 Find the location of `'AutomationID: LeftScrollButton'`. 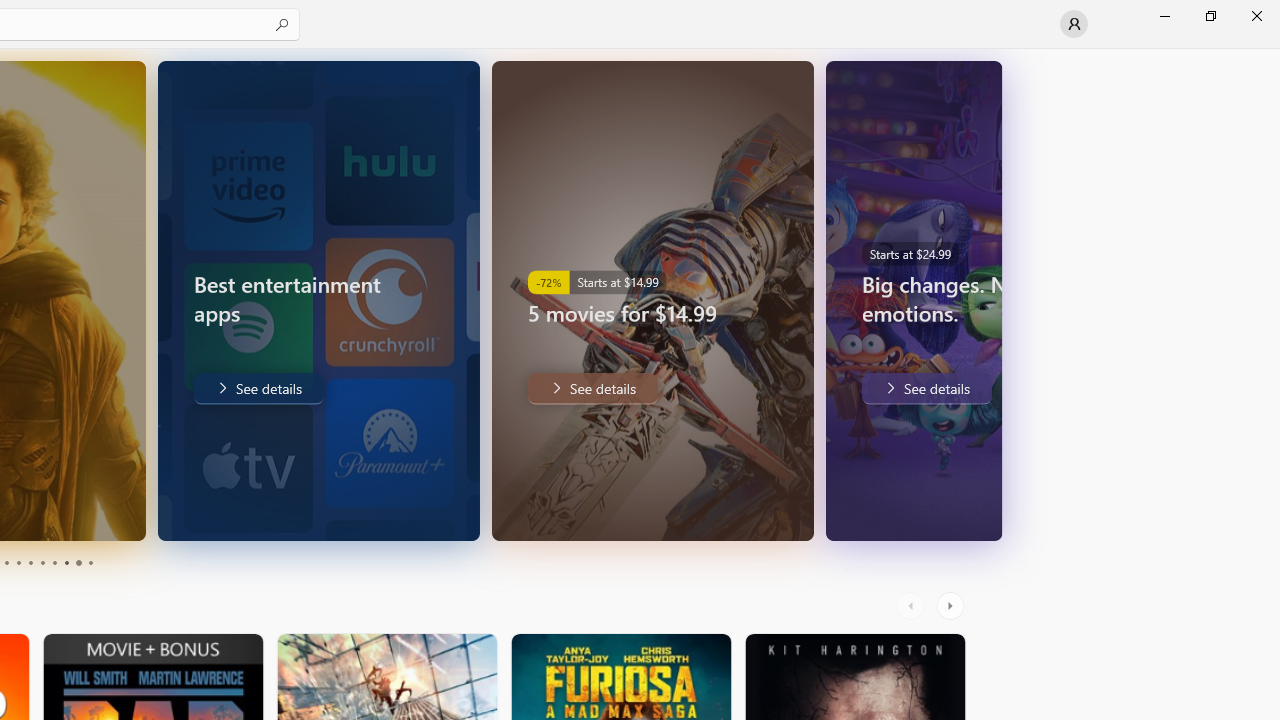

'AutomationID: LeftScrollButton' is located at coordinates (912, 605).